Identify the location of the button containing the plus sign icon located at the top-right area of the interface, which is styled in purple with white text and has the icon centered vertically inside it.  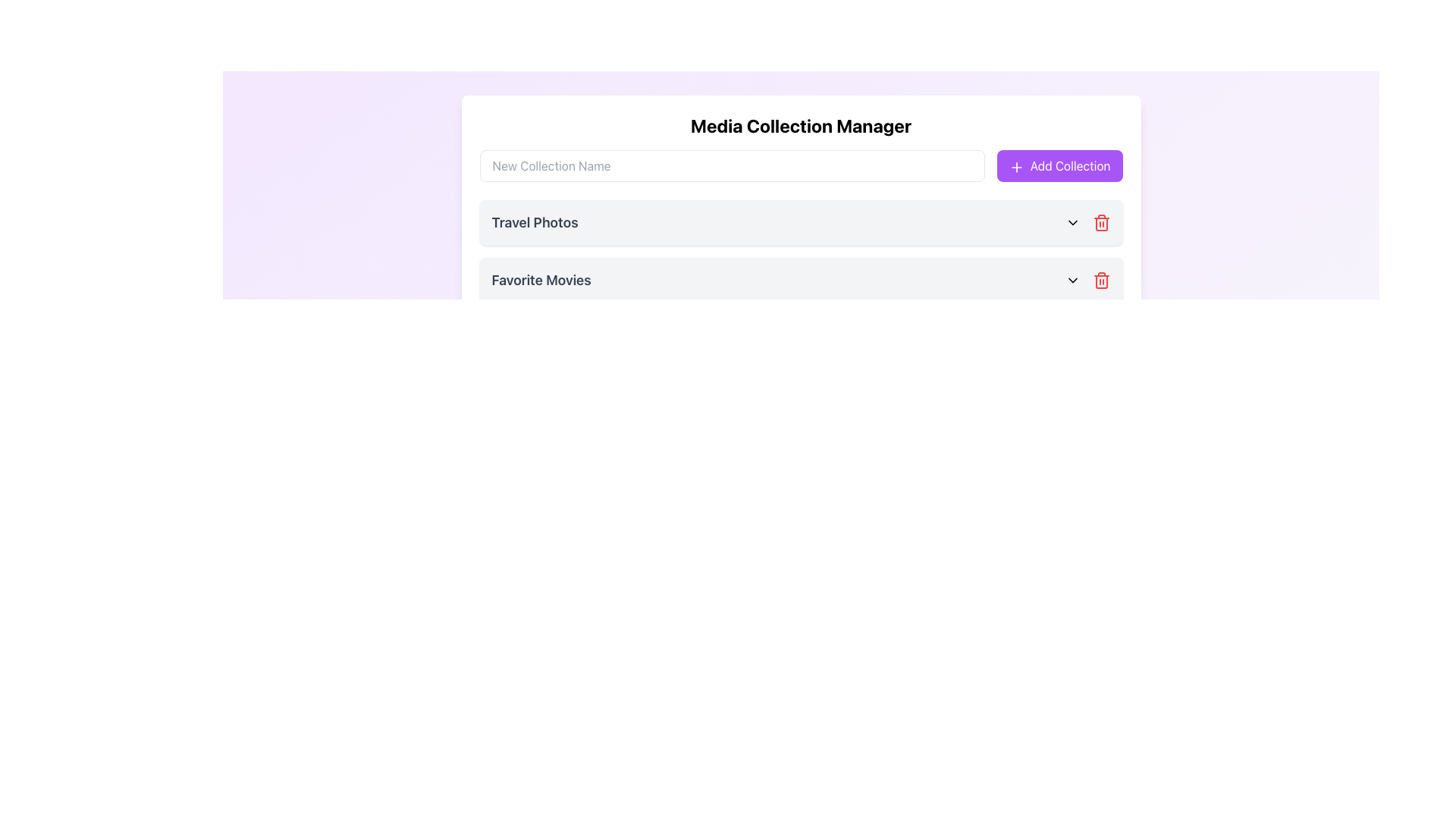
(1016, 167).